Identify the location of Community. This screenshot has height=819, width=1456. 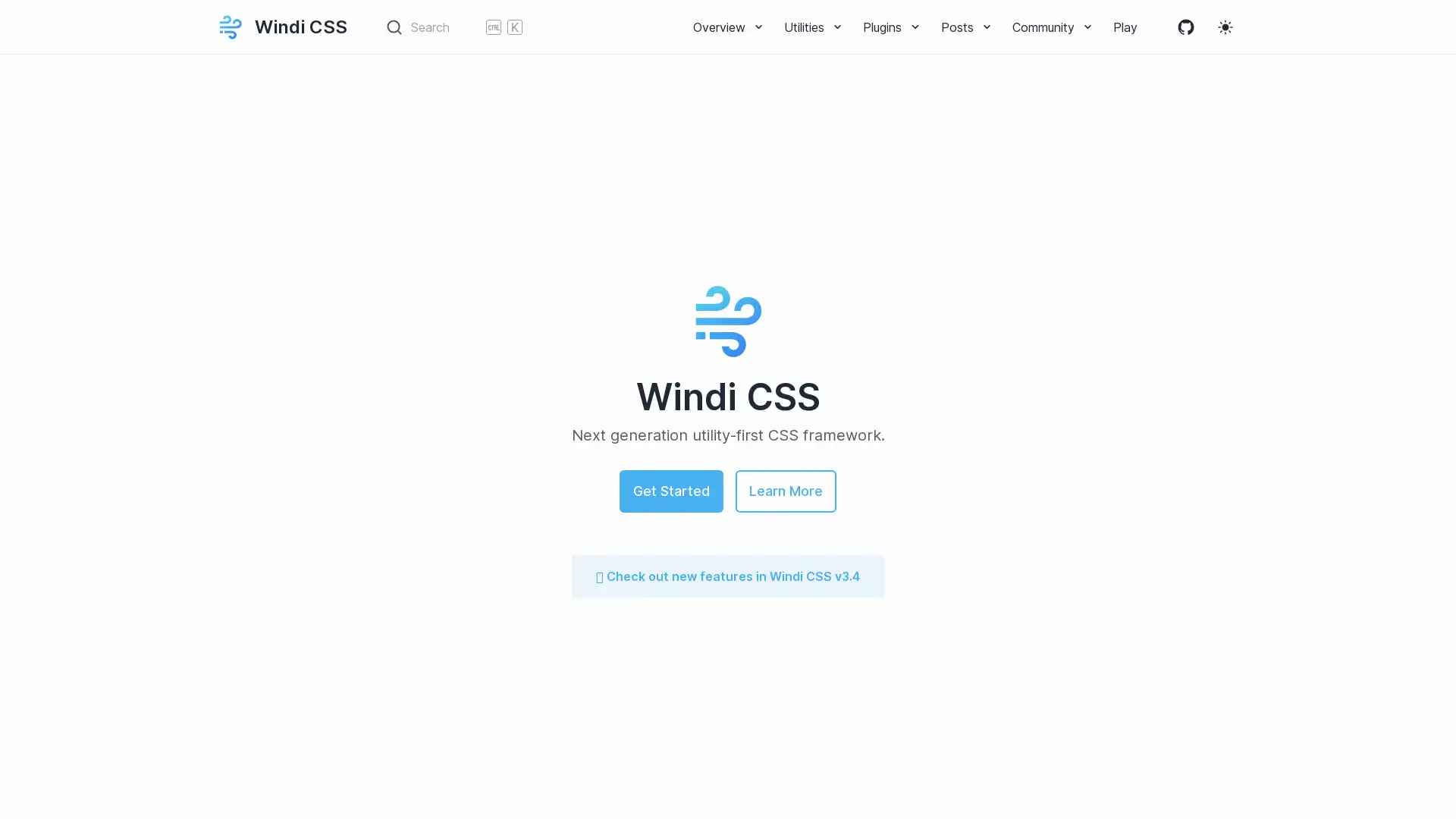
(1052, 26).